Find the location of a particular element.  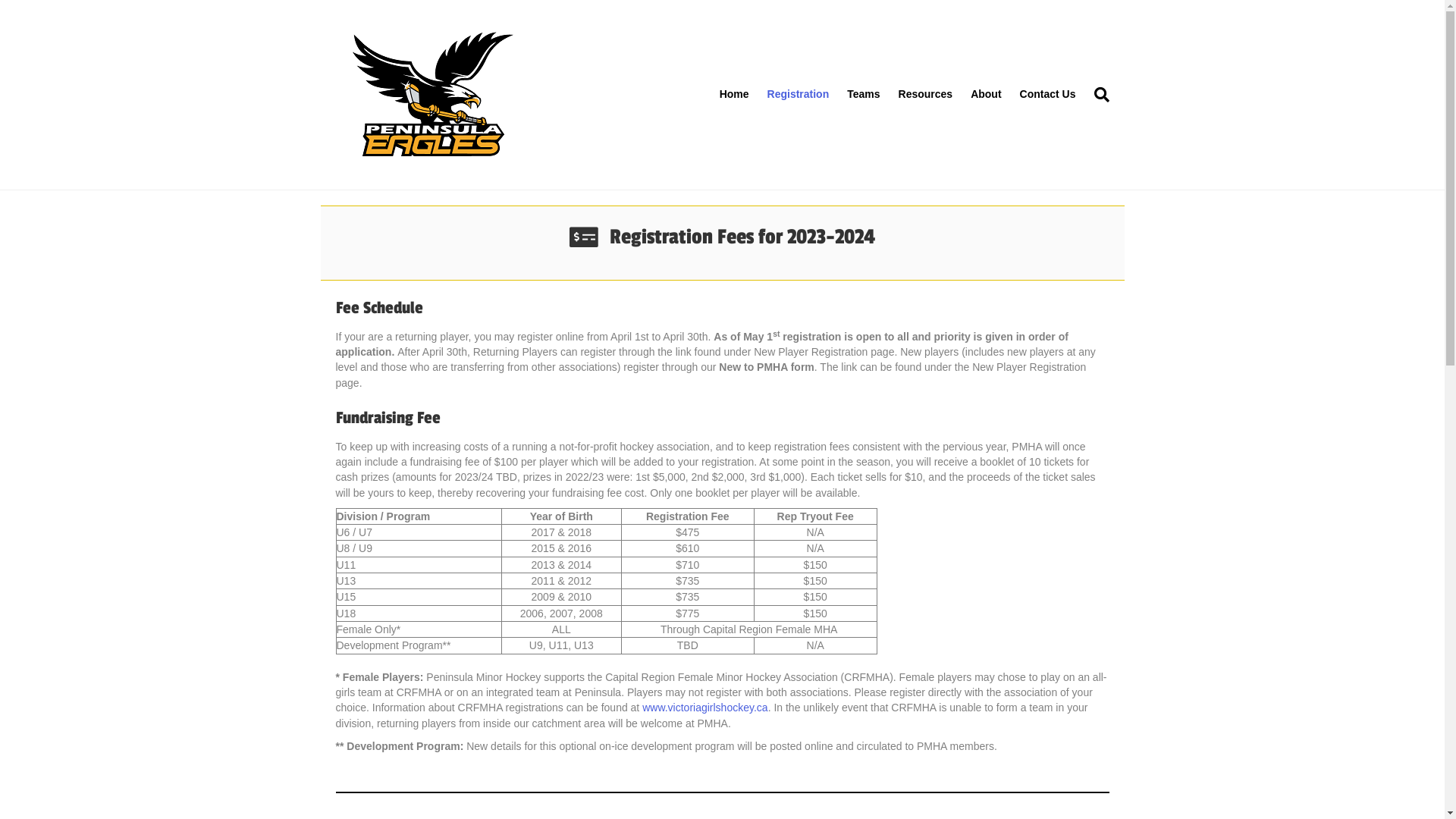

'Resources' is located at coordinates (924, 94).